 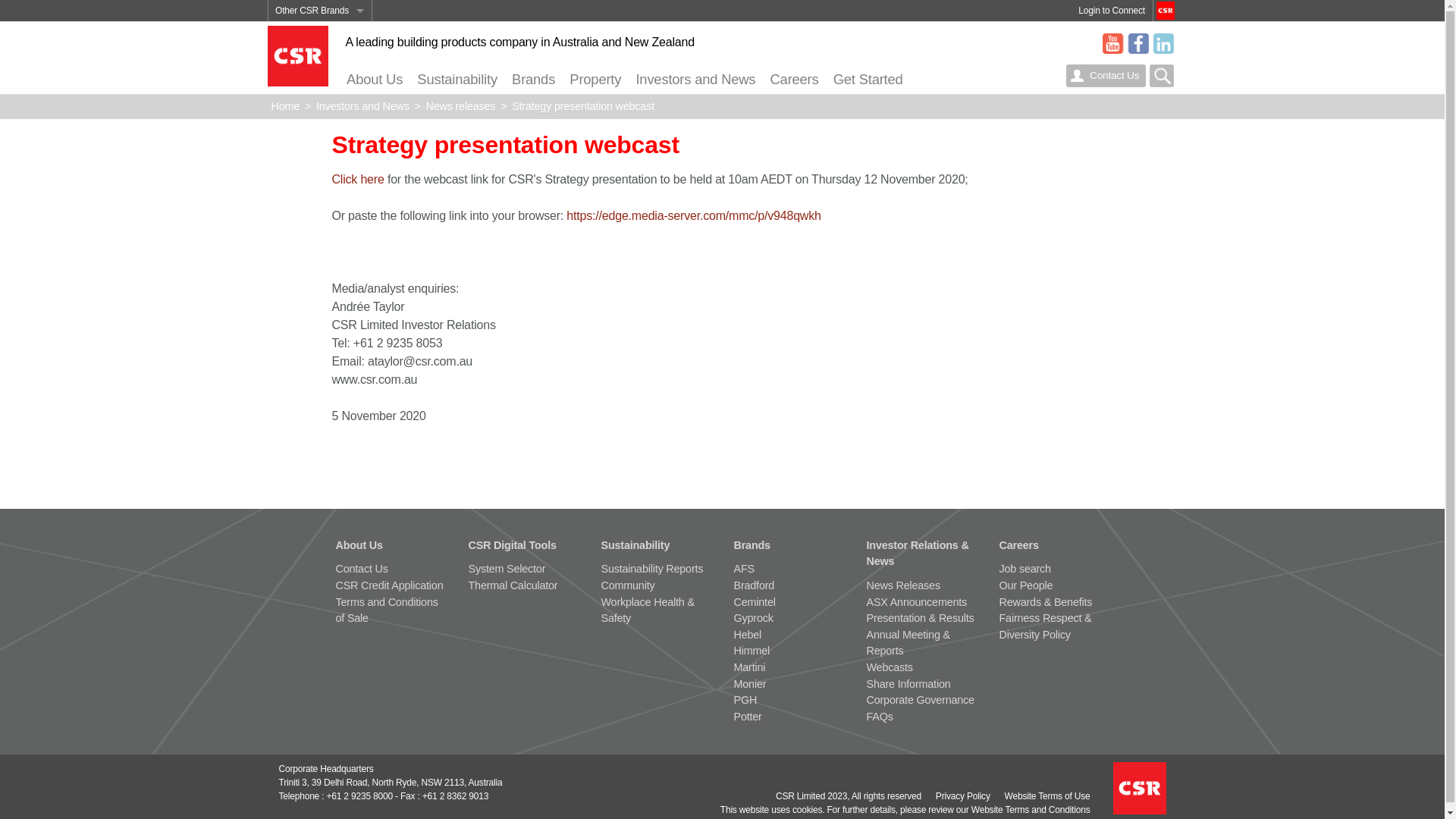 What do you see at coordinates (752, 649) in the screenshot?
I see `'Himmel'` at bounding box center [752, 649].